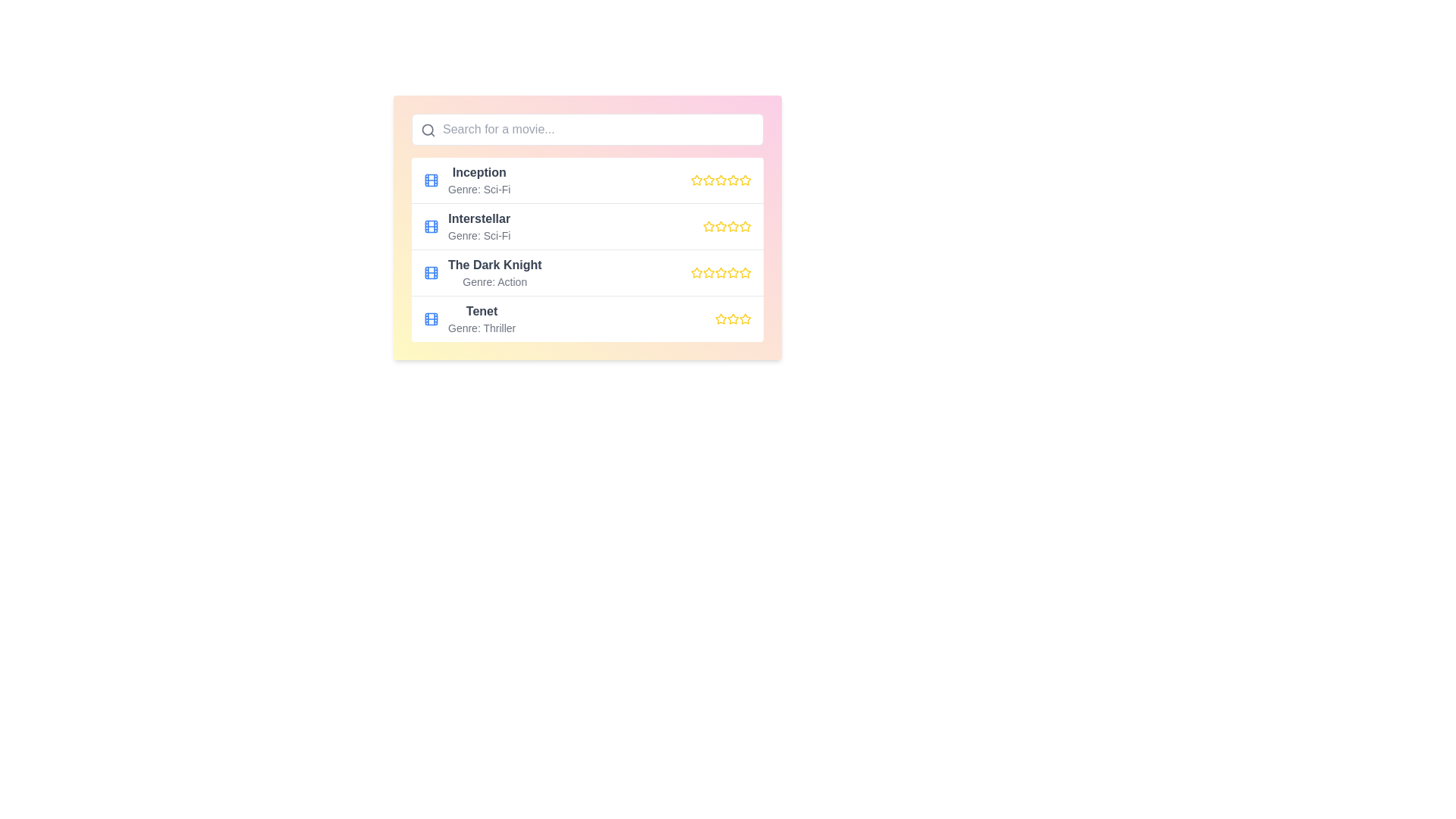 This screenshot has height=819, width=1456. What do you see at coordinates (720, 180) in the screenshot?
I see `the third rating star icon in a row of five stars next to the text 'Inception' under the 'Genre: Sci-Fi' section` at bounding box center [720, 180].